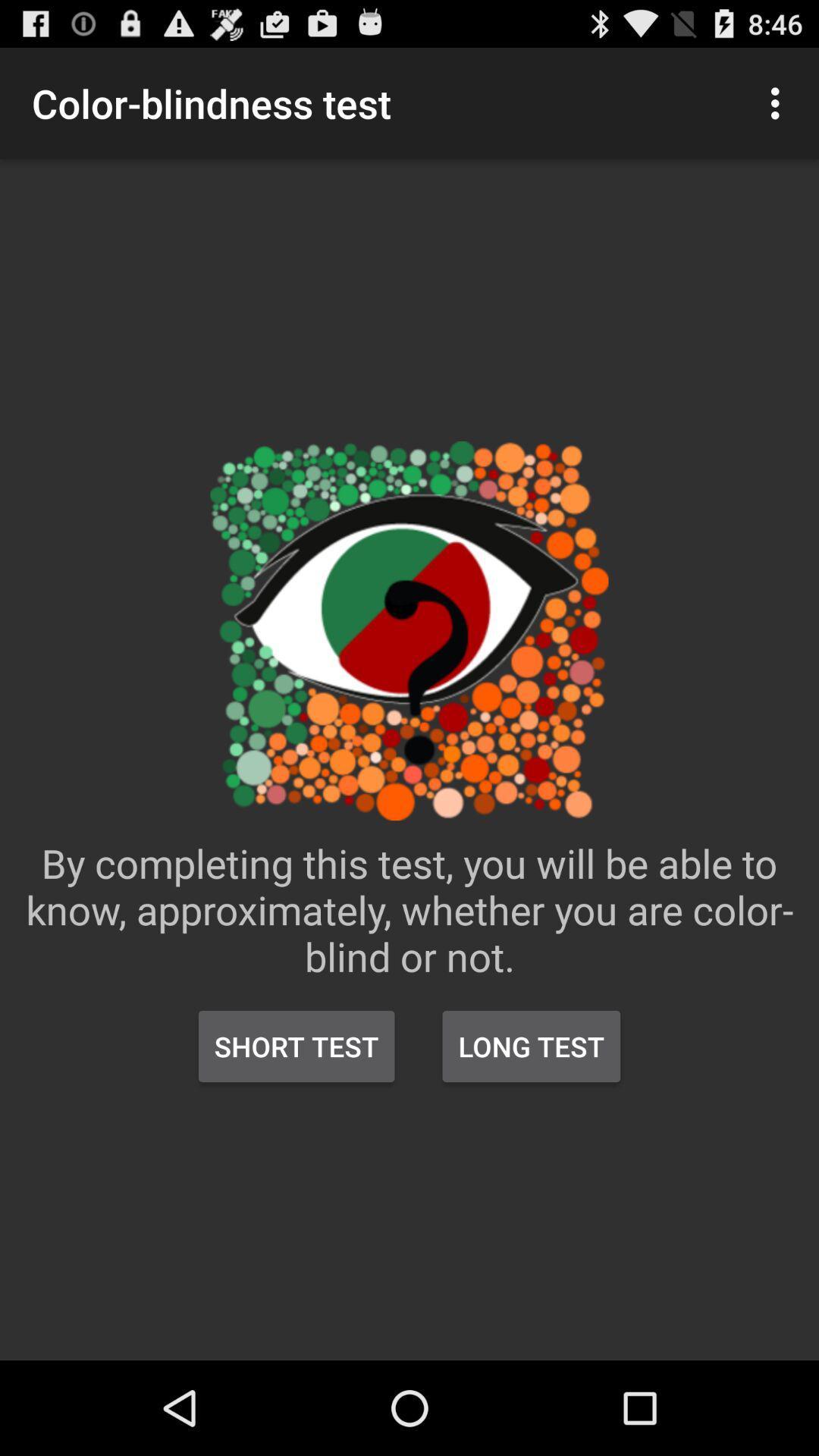 This screenshot has height=1456, width=819. I want to click on the item to the right of the short test, so click(530, 1046).